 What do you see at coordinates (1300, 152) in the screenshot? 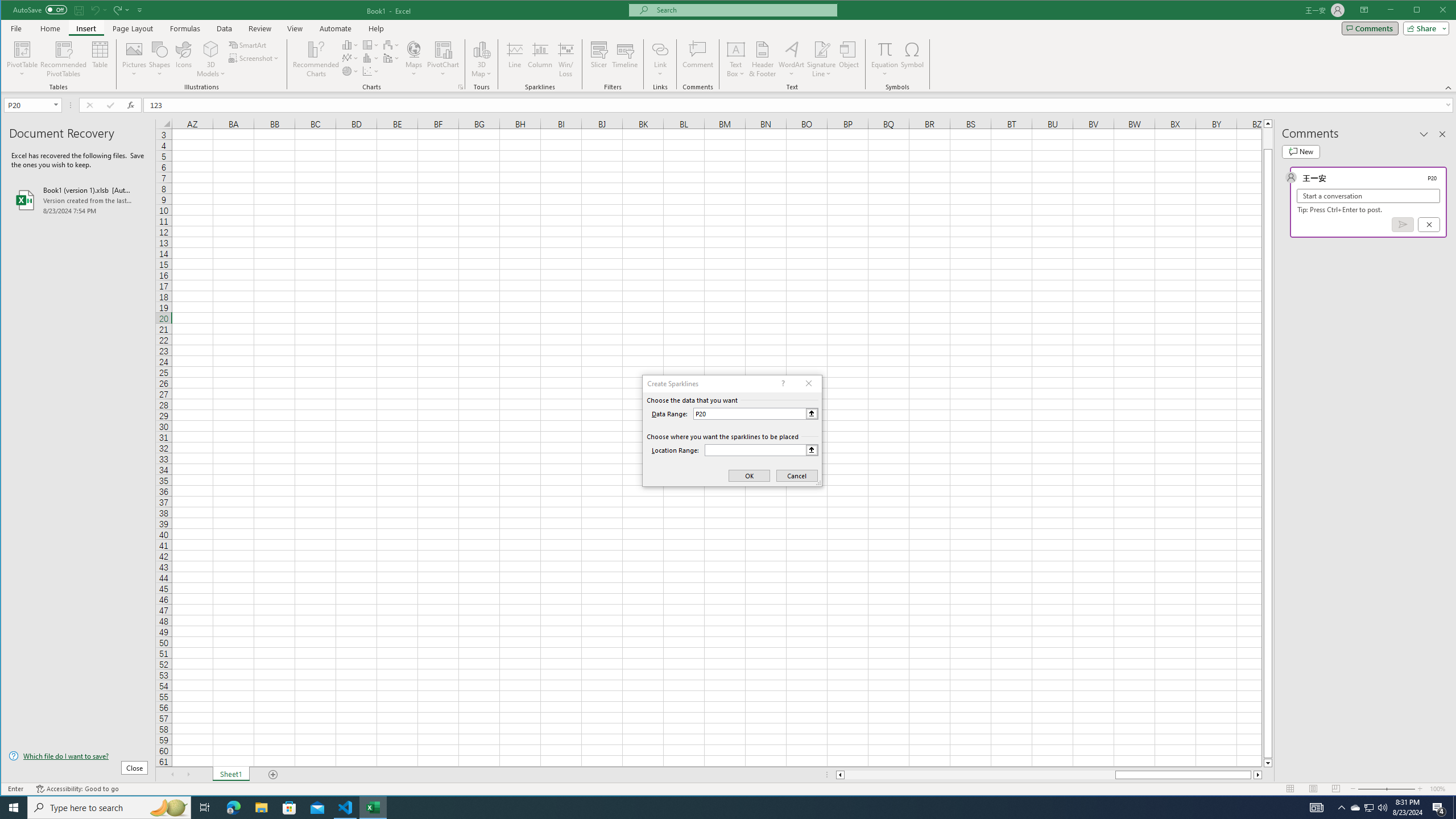
I see `'New comment'` at bounding box center [1300, 152].